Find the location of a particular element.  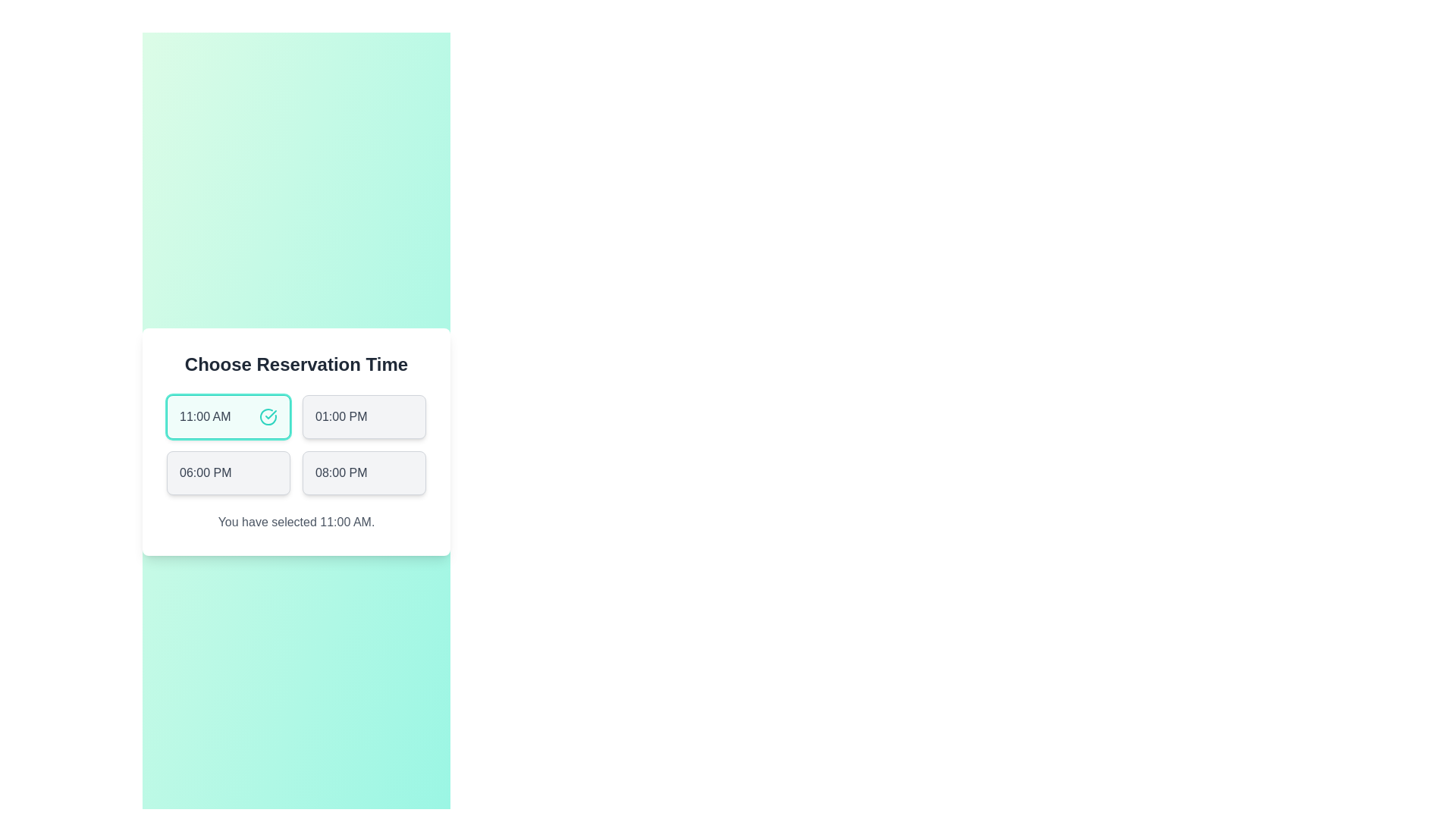

the Text Display element that confirms the selected reservation time, located below the grid of selectable times in the reservation card is located at coordinates (296, 522).